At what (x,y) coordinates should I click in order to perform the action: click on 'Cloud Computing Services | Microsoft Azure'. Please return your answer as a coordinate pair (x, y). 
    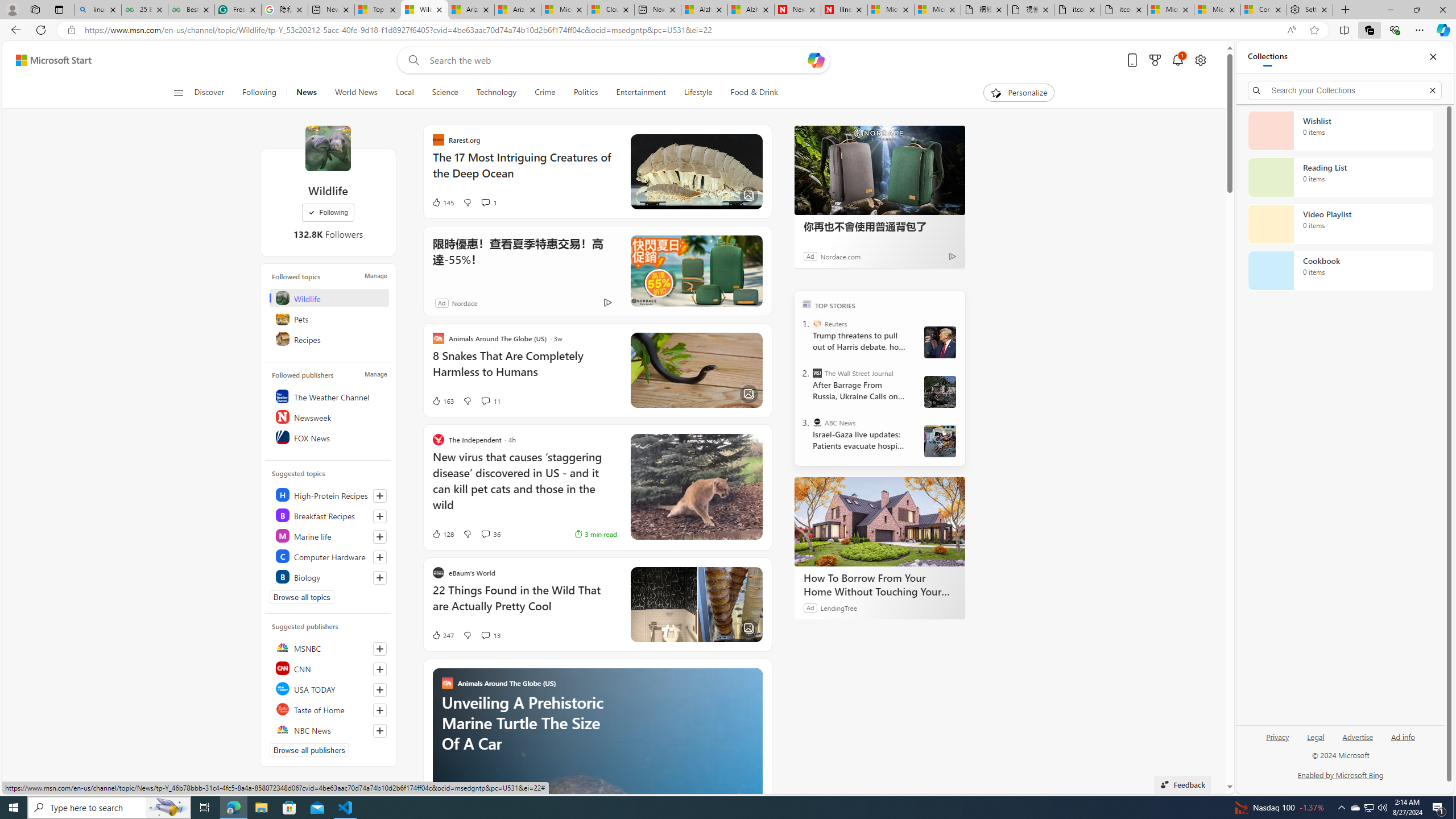
    Looking at the image, I should click on (610, 9).